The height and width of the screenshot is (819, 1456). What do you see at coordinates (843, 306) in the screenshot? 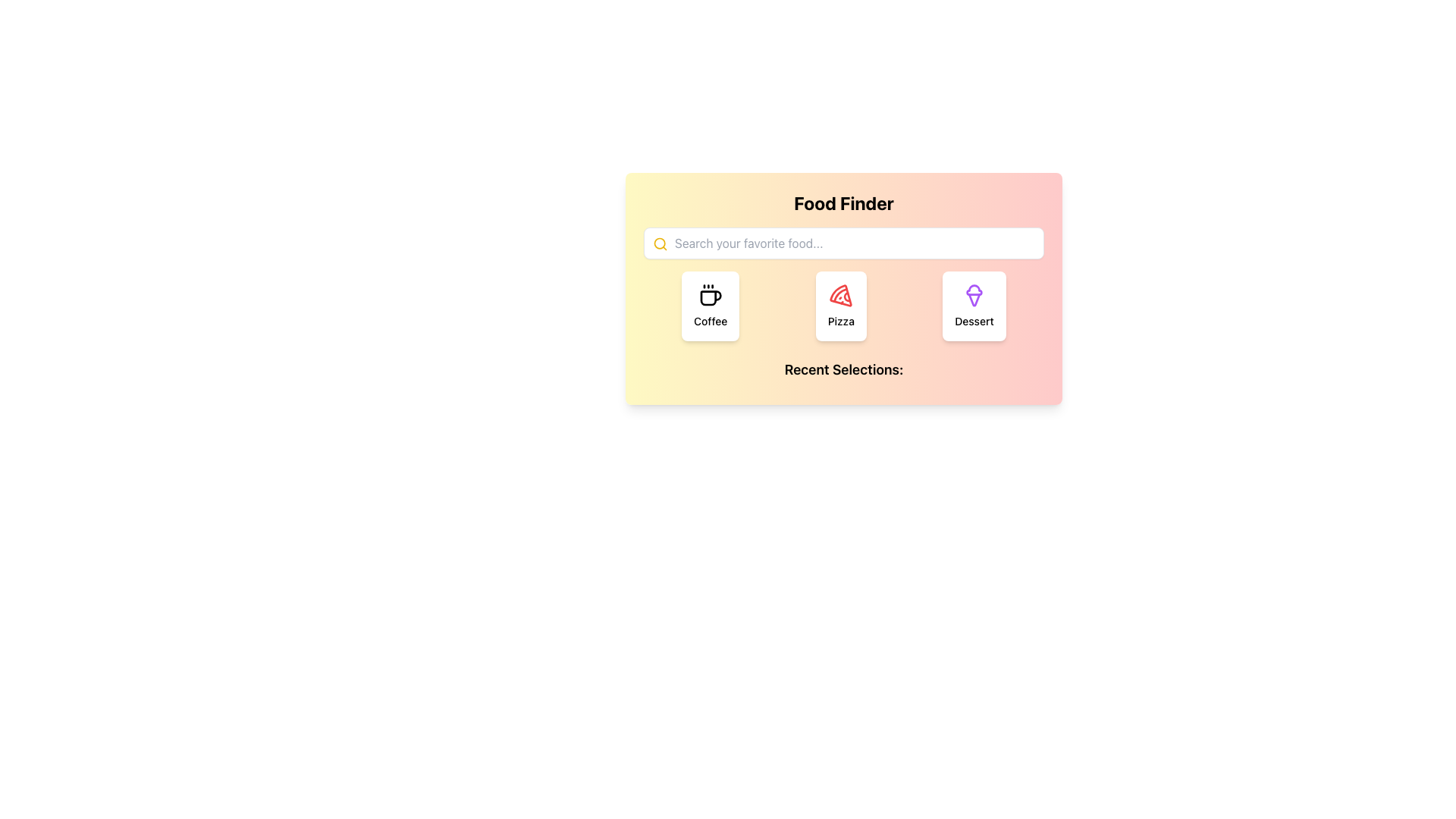
I see `the center of the horizontal menu bar containing icons and text labels for 'Coffee', 'Pizza', and 'Dessert'` at bounding box center [843, 306].